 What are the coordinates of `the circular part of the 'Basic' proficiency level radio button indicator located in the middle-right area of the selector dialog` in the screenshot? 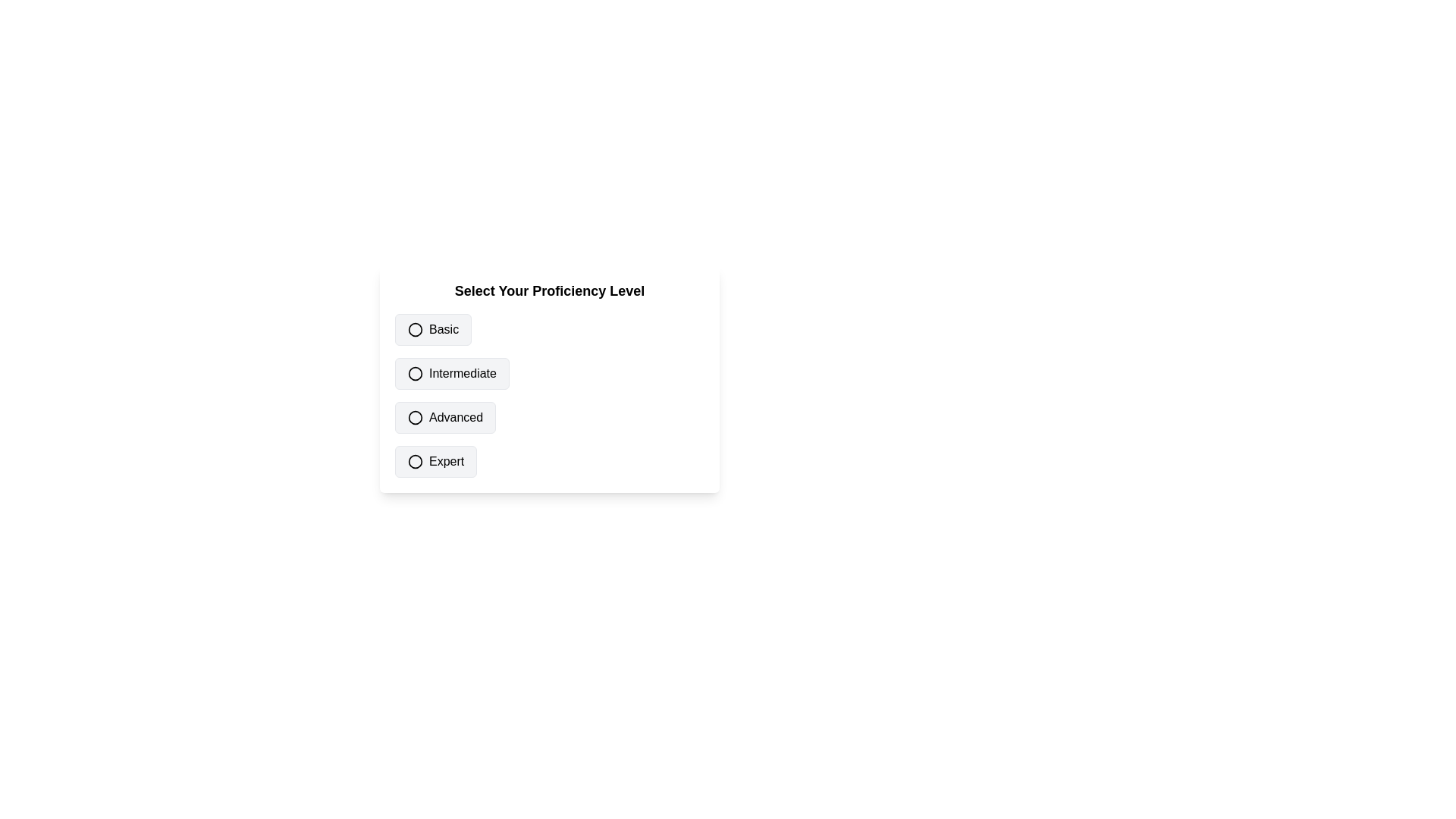 It's located at (415, 329).